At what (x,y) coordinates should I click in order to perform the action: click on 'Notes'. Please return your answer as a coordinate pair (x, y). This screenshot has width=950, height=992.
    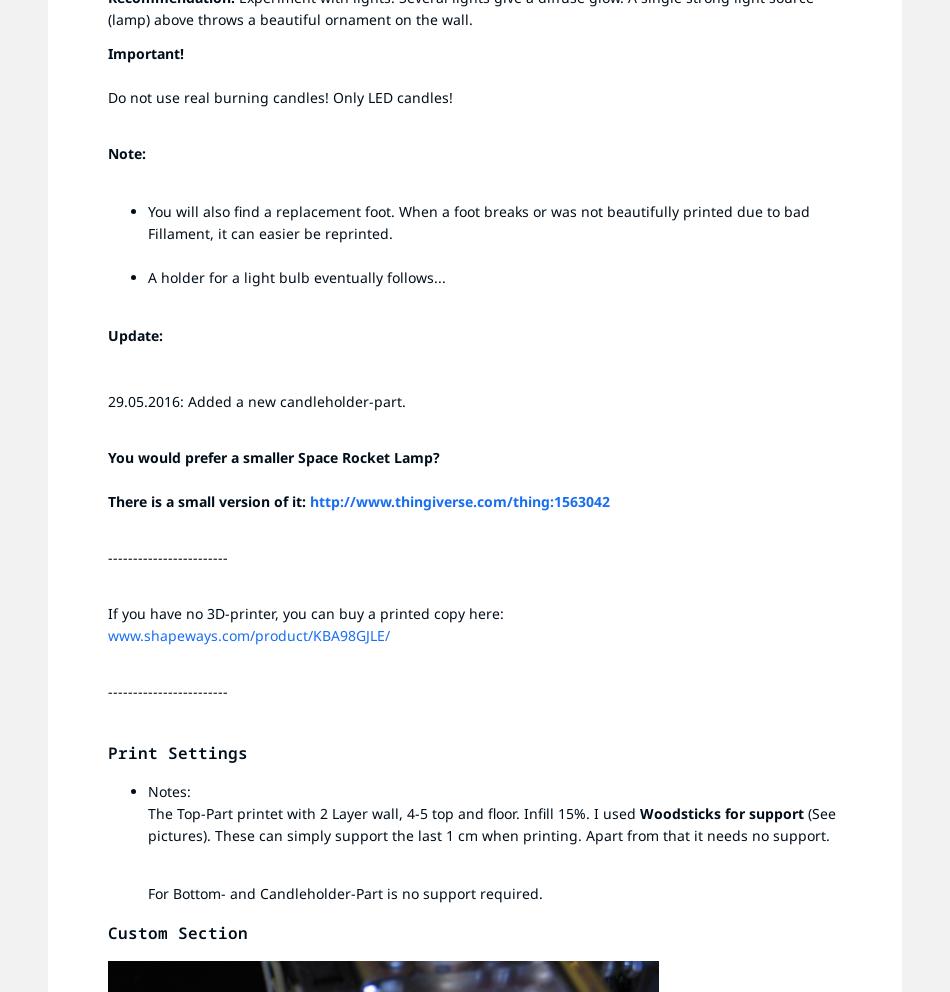
    Looking at the image, I should click on (167, 791).